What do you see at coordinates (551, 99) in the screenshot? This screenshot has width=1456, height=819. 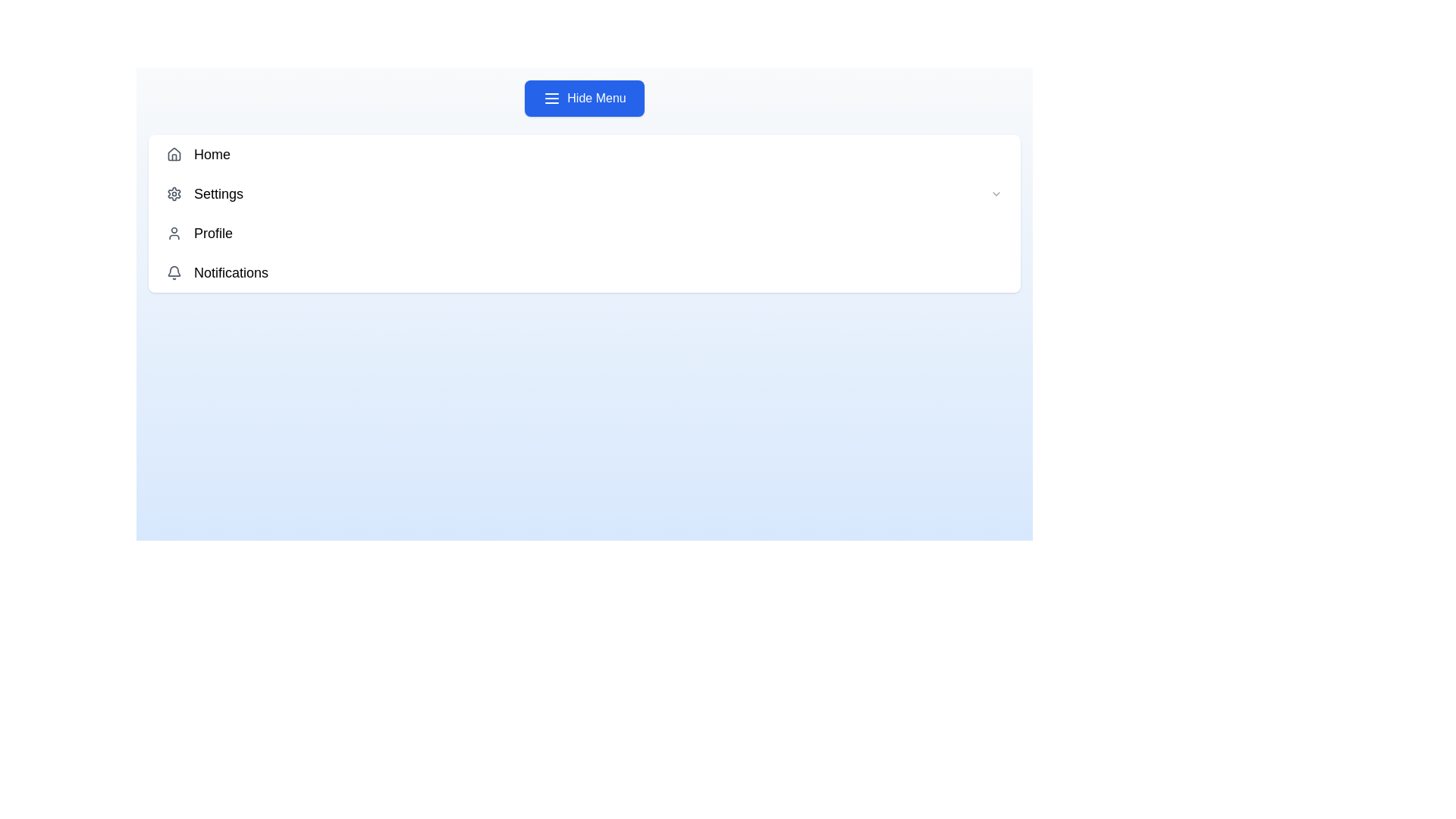 I see `the menu icon, which is represented as three horizontal lines on a blue background, located on the left side of the 'Hide Menu' button` at bounding box center [551, 99].